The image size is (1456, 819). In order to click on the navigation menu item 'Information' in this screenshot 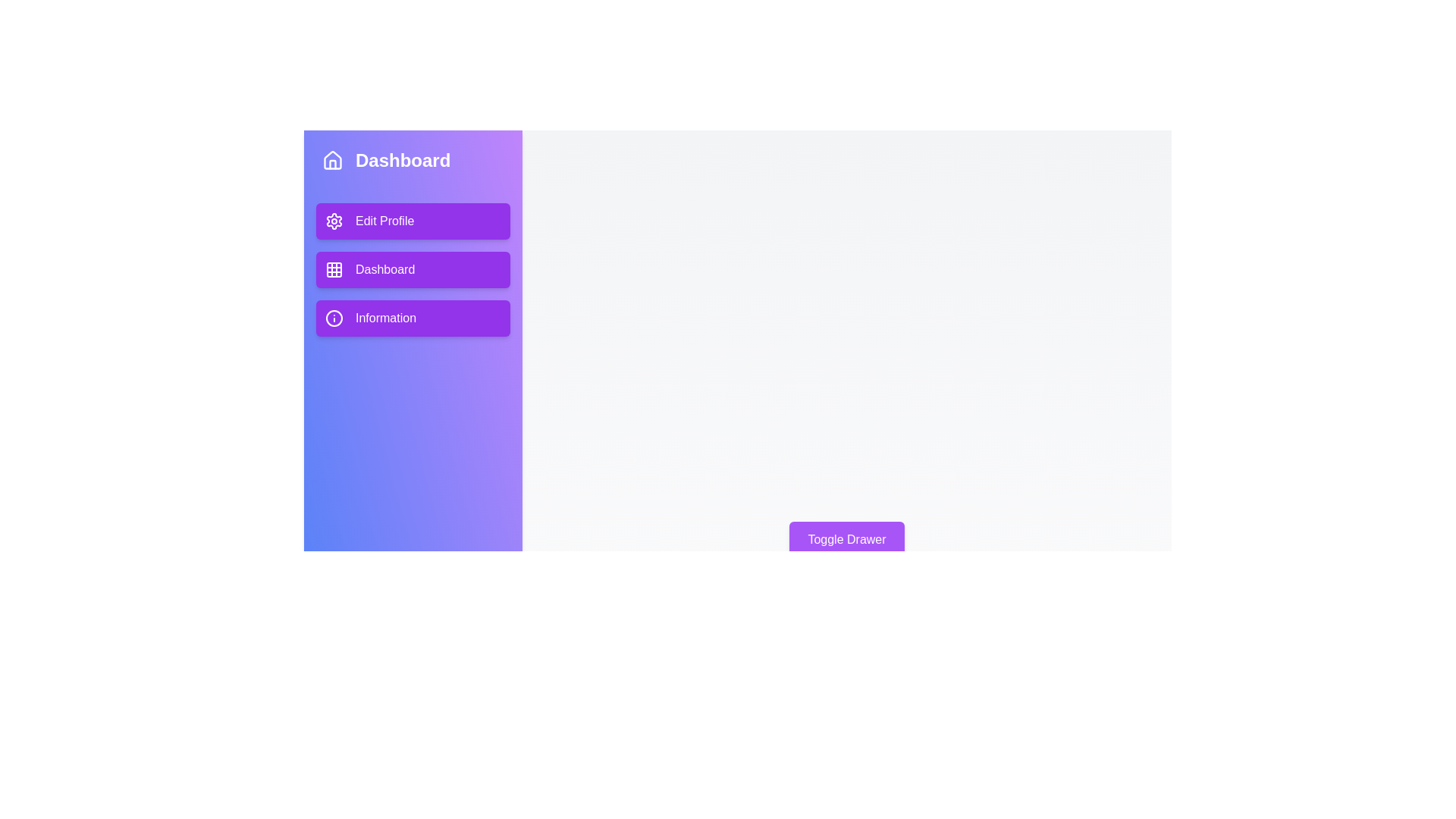, I will do `click(413, 318)`.